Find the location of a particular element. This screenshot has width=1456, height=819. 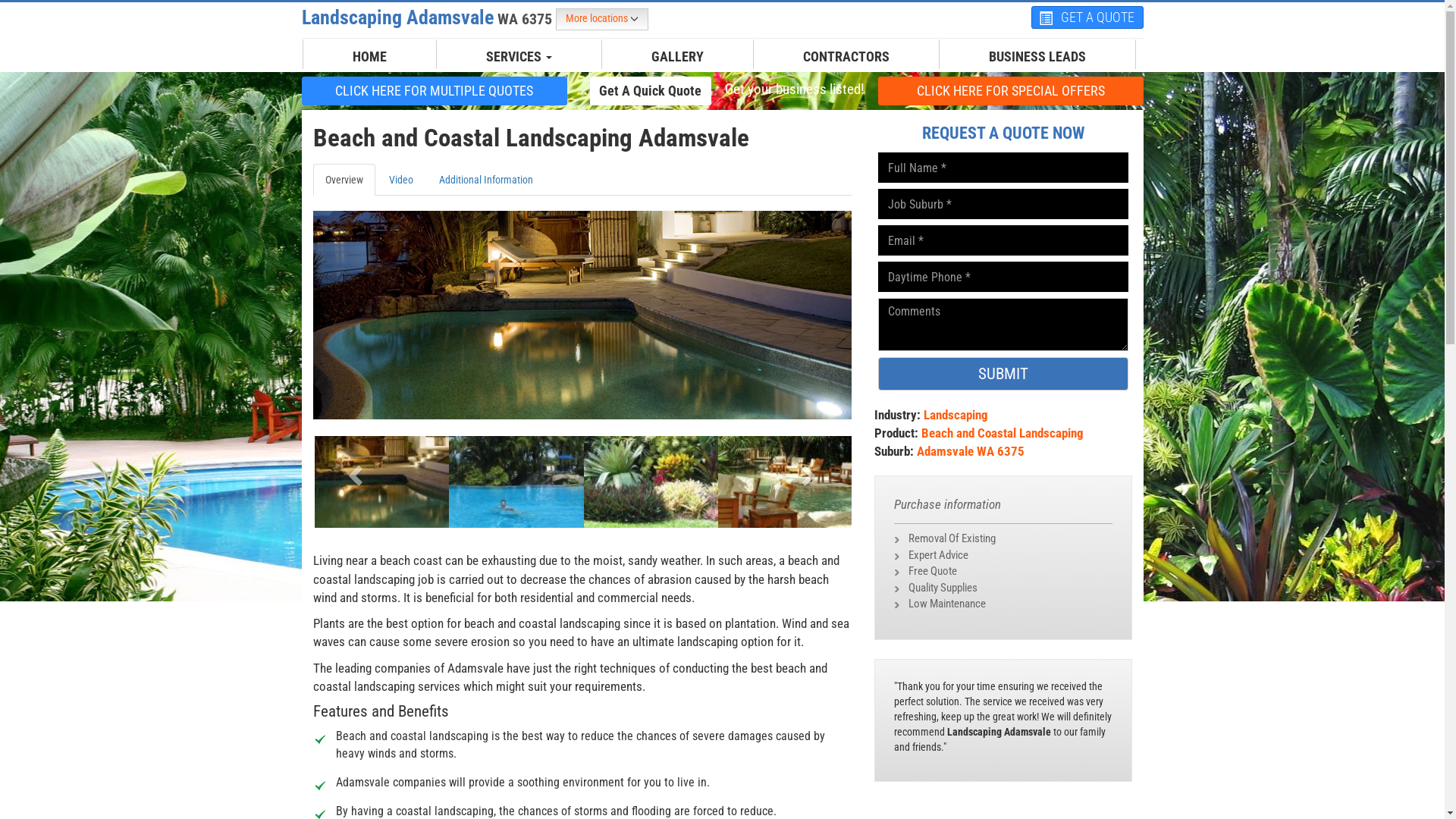

'Video' is located at coordinates (400, 178).